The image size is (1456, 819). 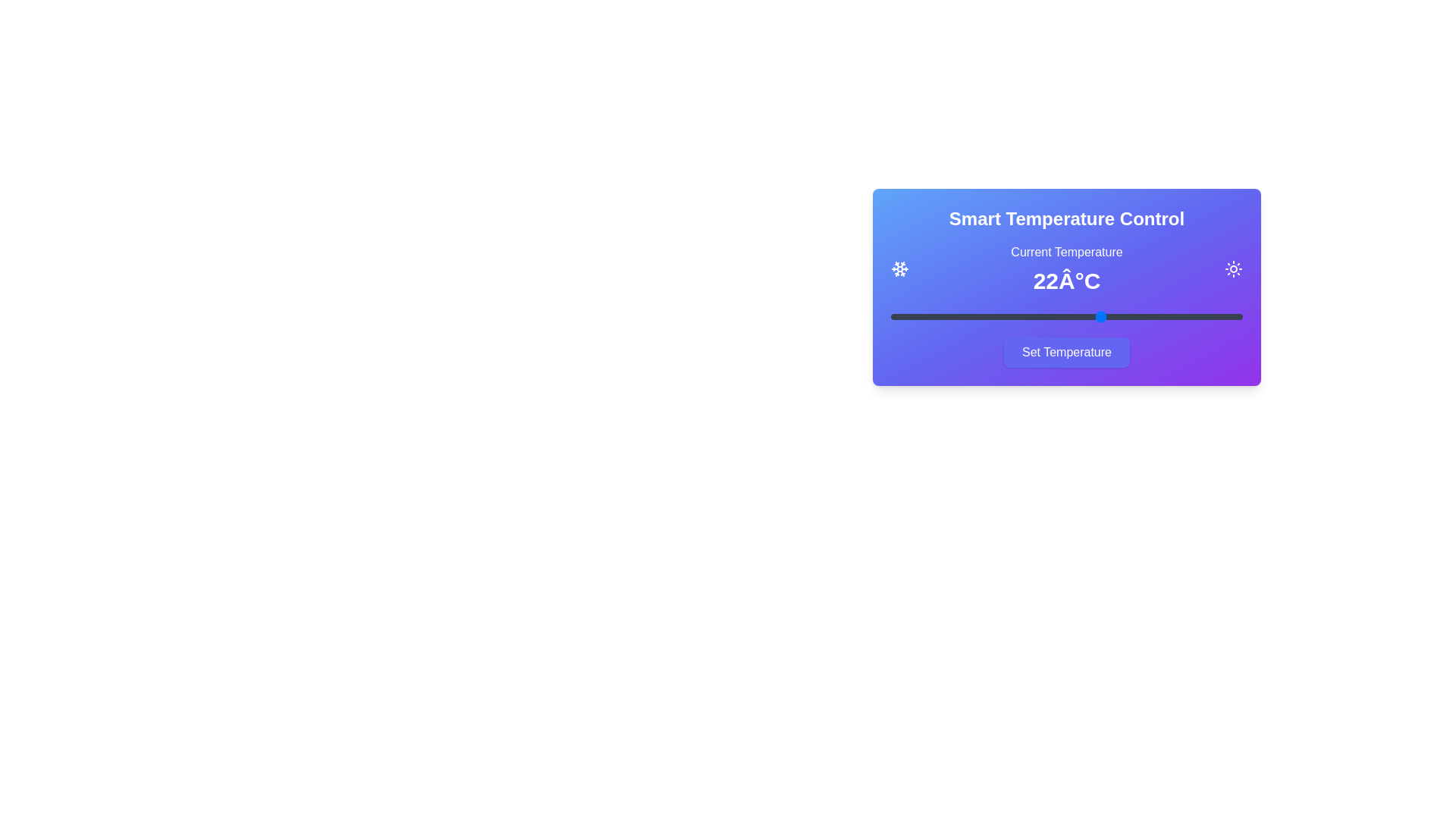 I want to click on the temperature slider, so click(x=1084, y=315).